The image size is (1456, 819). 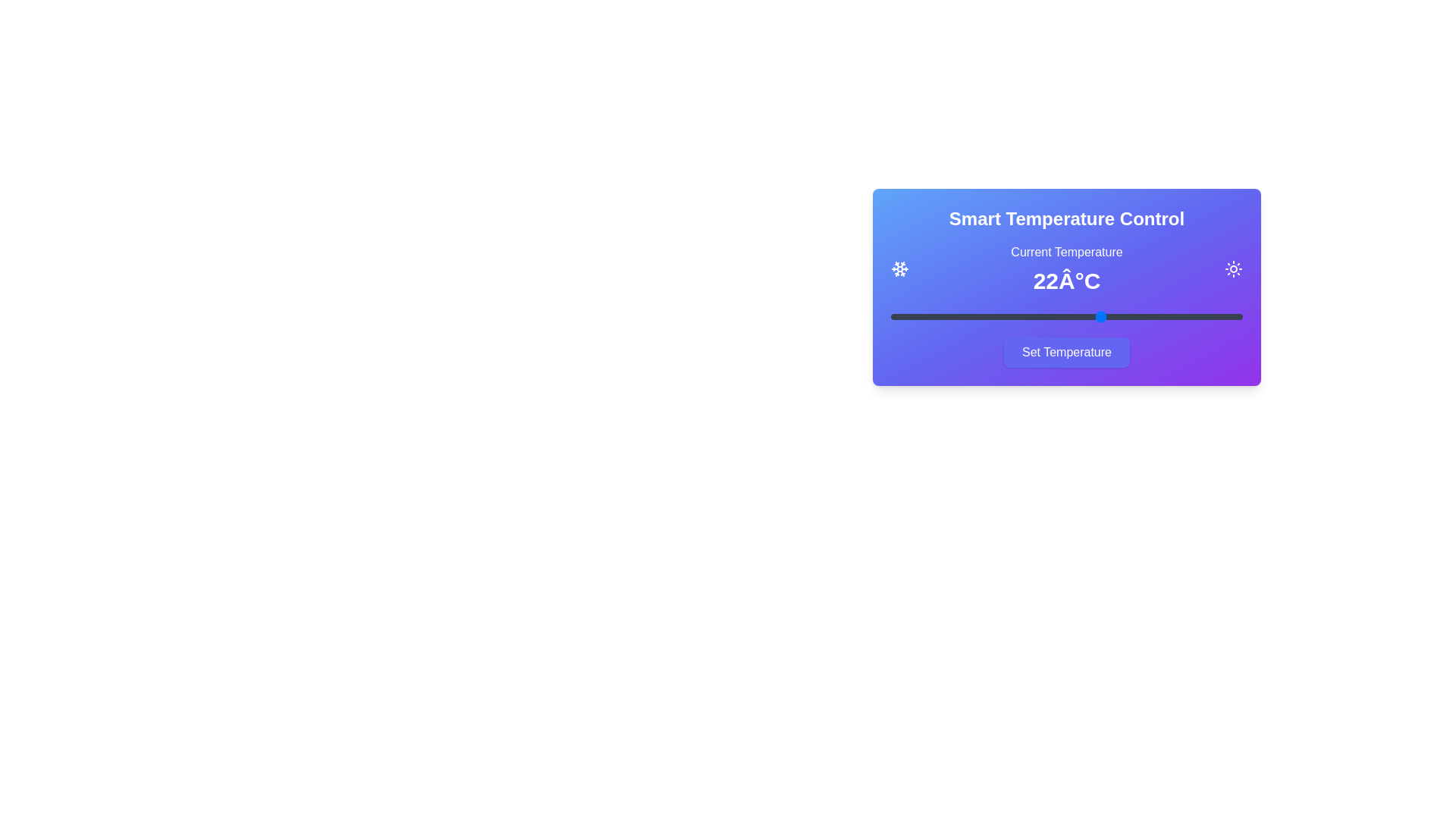 I want to click on the temperature slider, so click(x=1084, y=315).